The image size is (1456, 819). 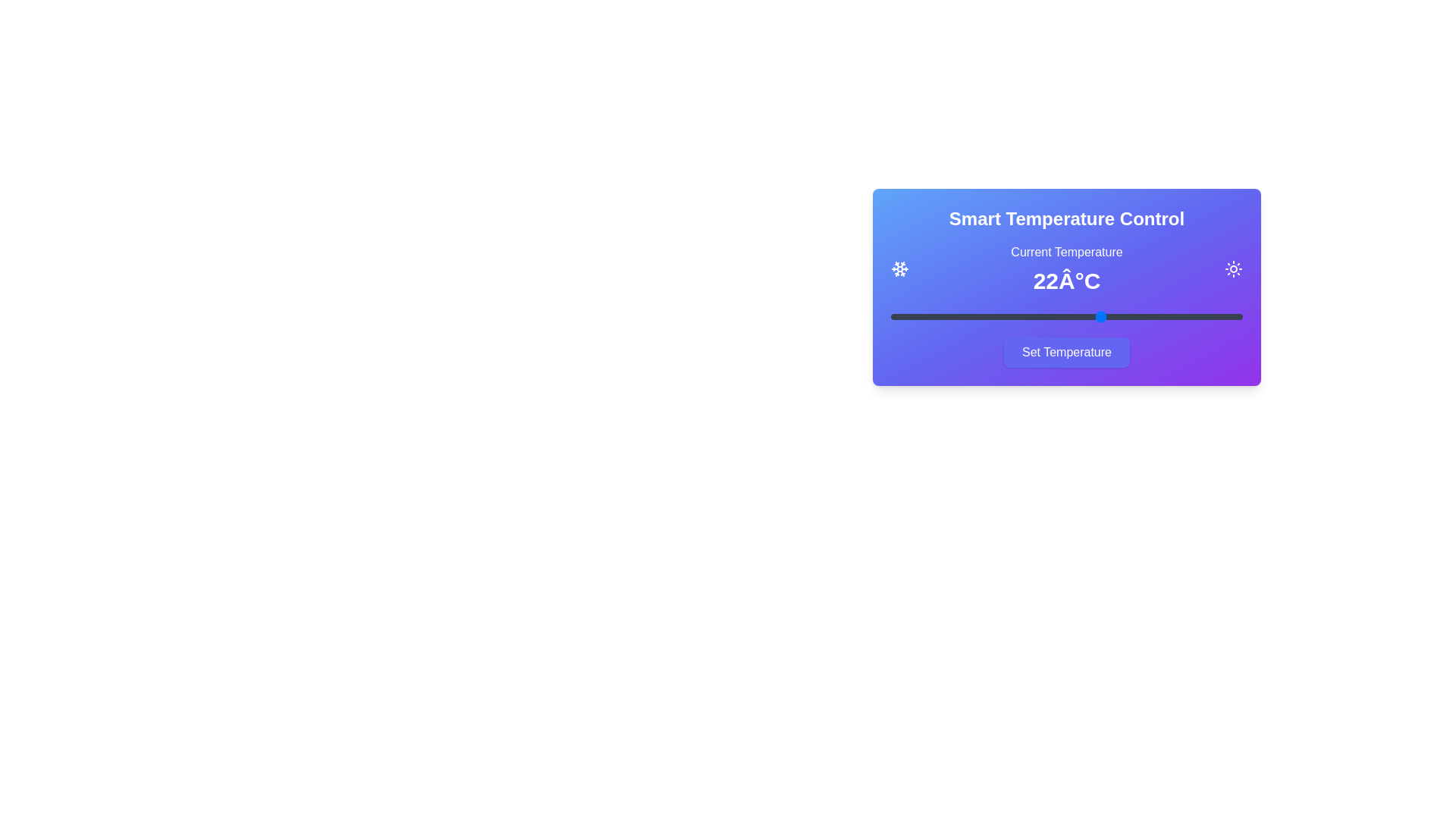 I want to click on the temperature slider, so click(x=1084, y=315).